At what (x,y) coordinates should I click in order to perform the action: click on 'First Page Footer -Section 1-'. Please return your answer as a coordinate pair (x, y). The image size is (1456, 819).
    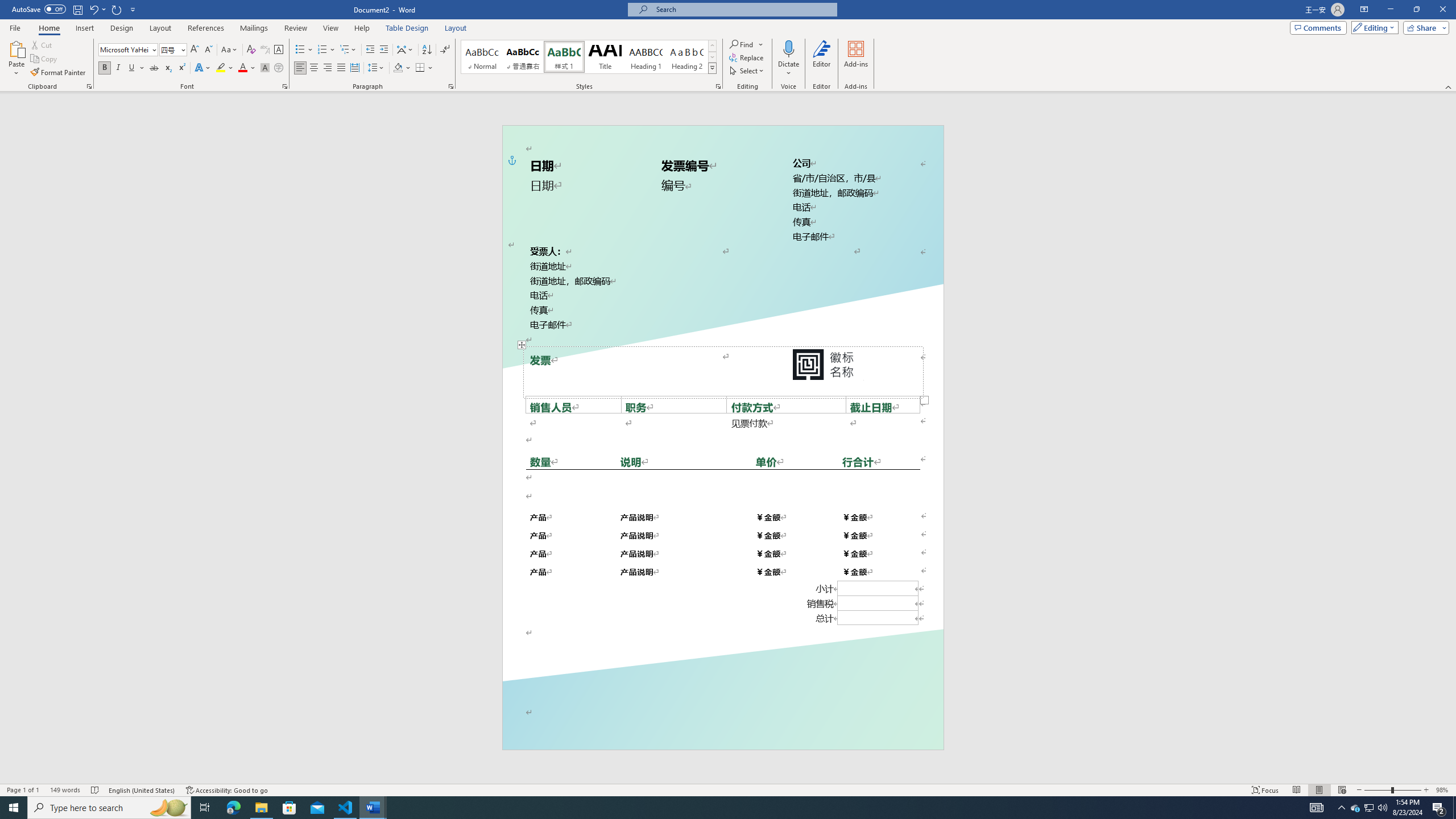
    Looking at the image, I should click on (723, 723).